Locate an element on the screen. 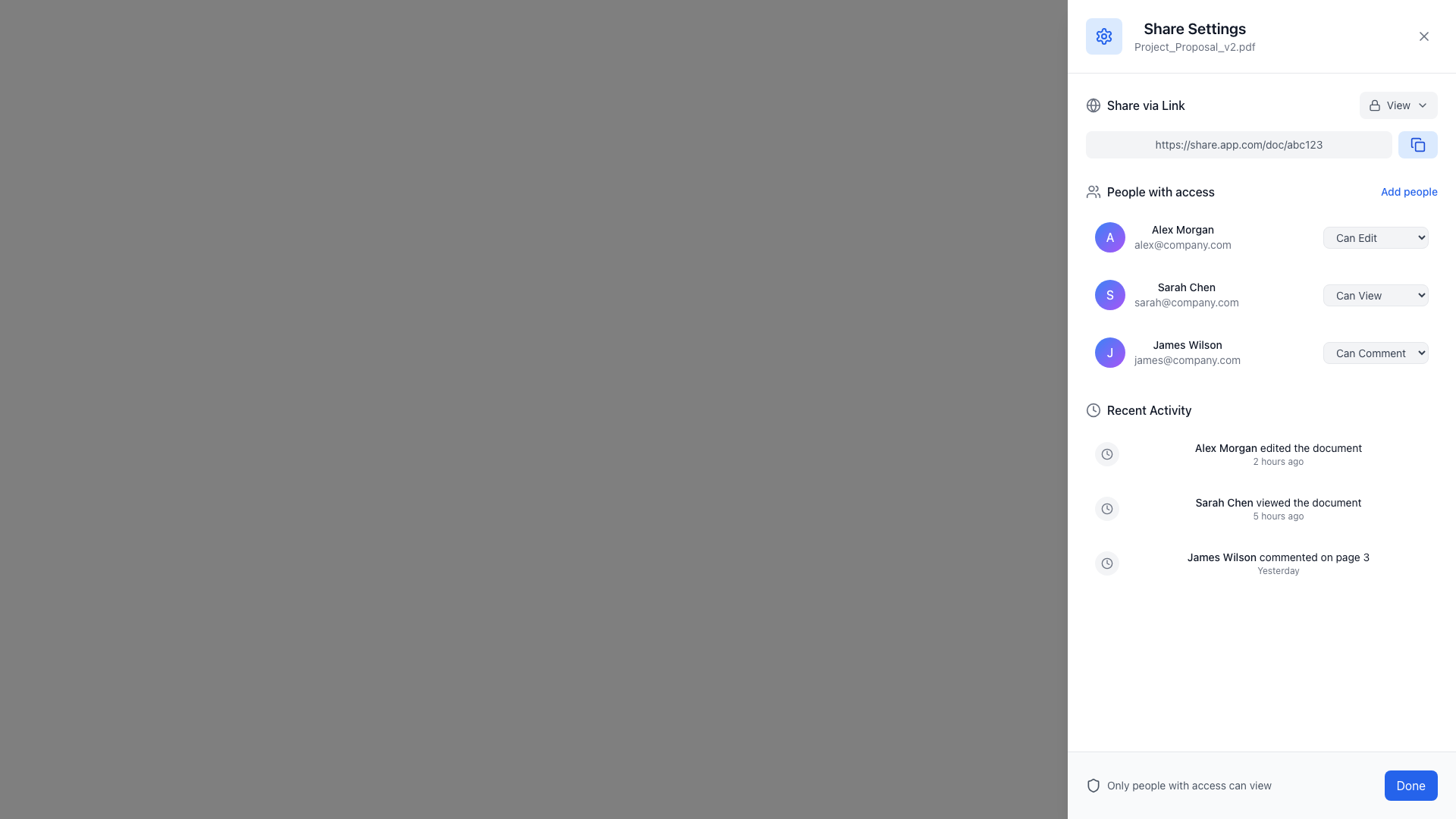 Image resolution: width=1456 pixels, height=819 pixels. the circular globe icon with longitude and latitude lines, styled in gray, located to the left of the text 'Share via Link' is located at coordinates (1093, 104).